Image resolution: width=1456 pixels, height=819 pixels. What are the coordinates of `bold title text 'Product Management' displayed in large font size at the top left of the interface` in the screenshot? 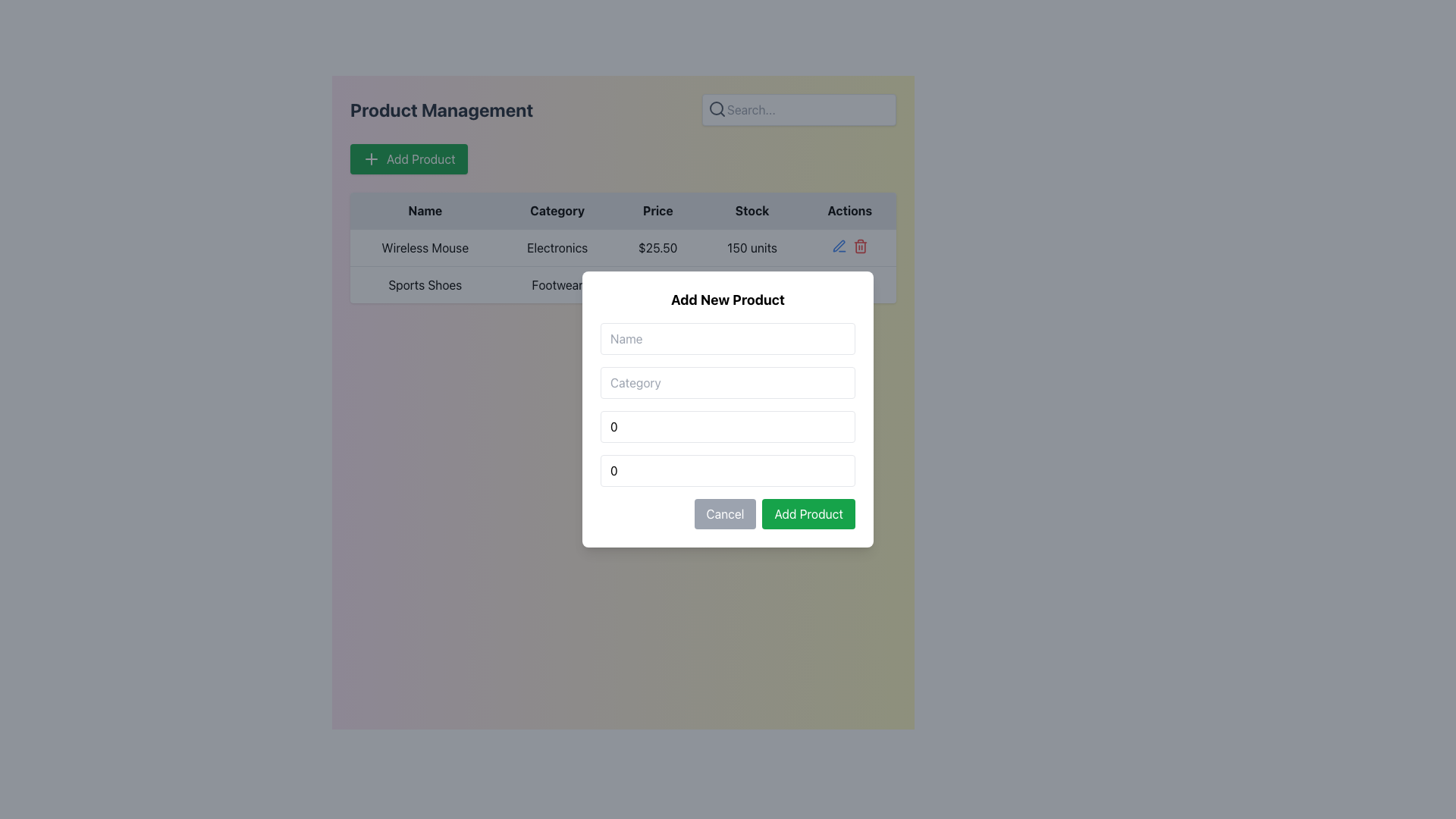 It's located at (441, 109).